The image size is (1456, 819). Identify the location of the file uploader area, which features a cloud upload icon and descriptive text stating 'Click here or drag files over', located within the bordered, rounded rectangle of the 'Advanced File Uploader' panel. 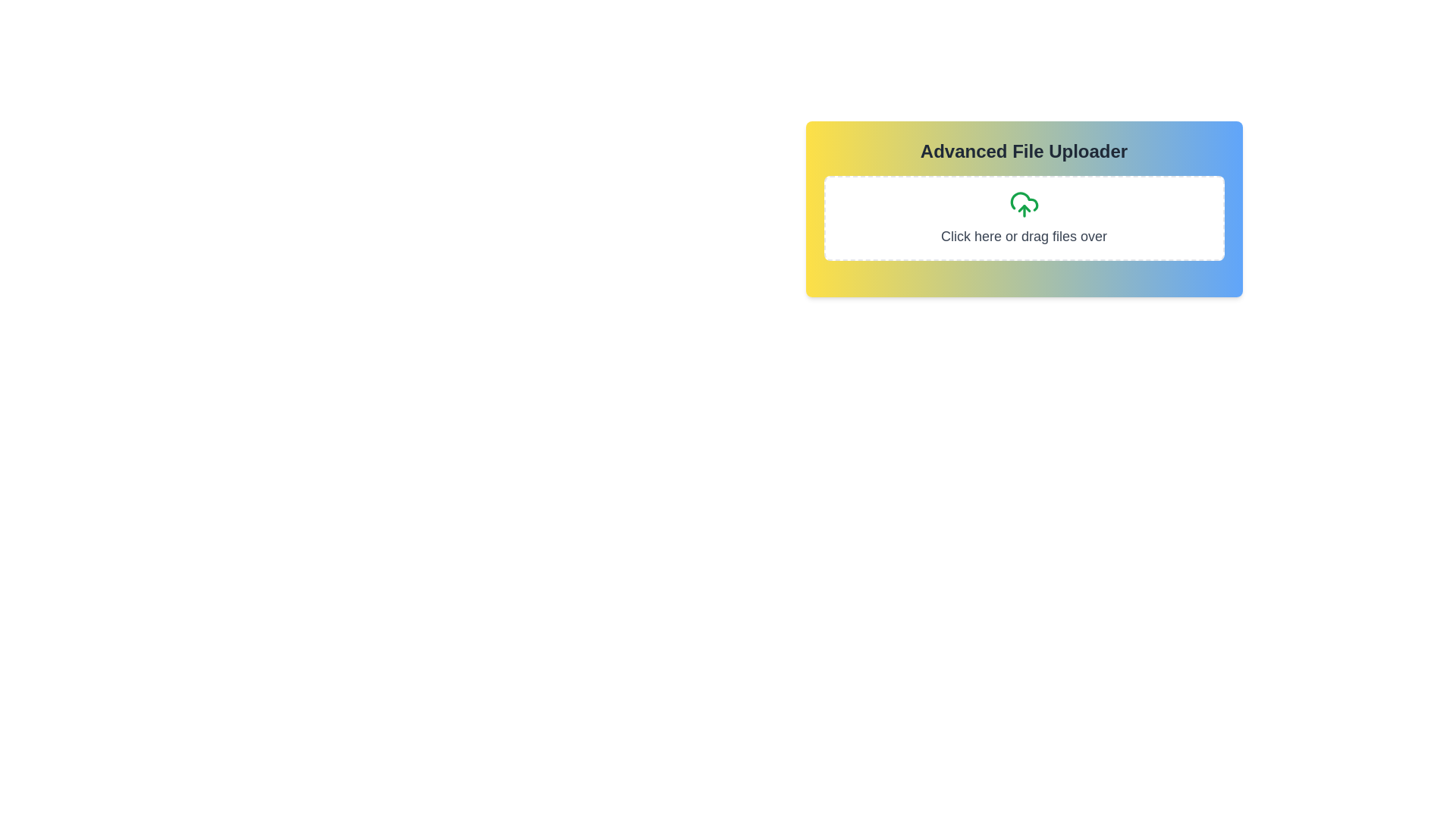
(1024, 218).